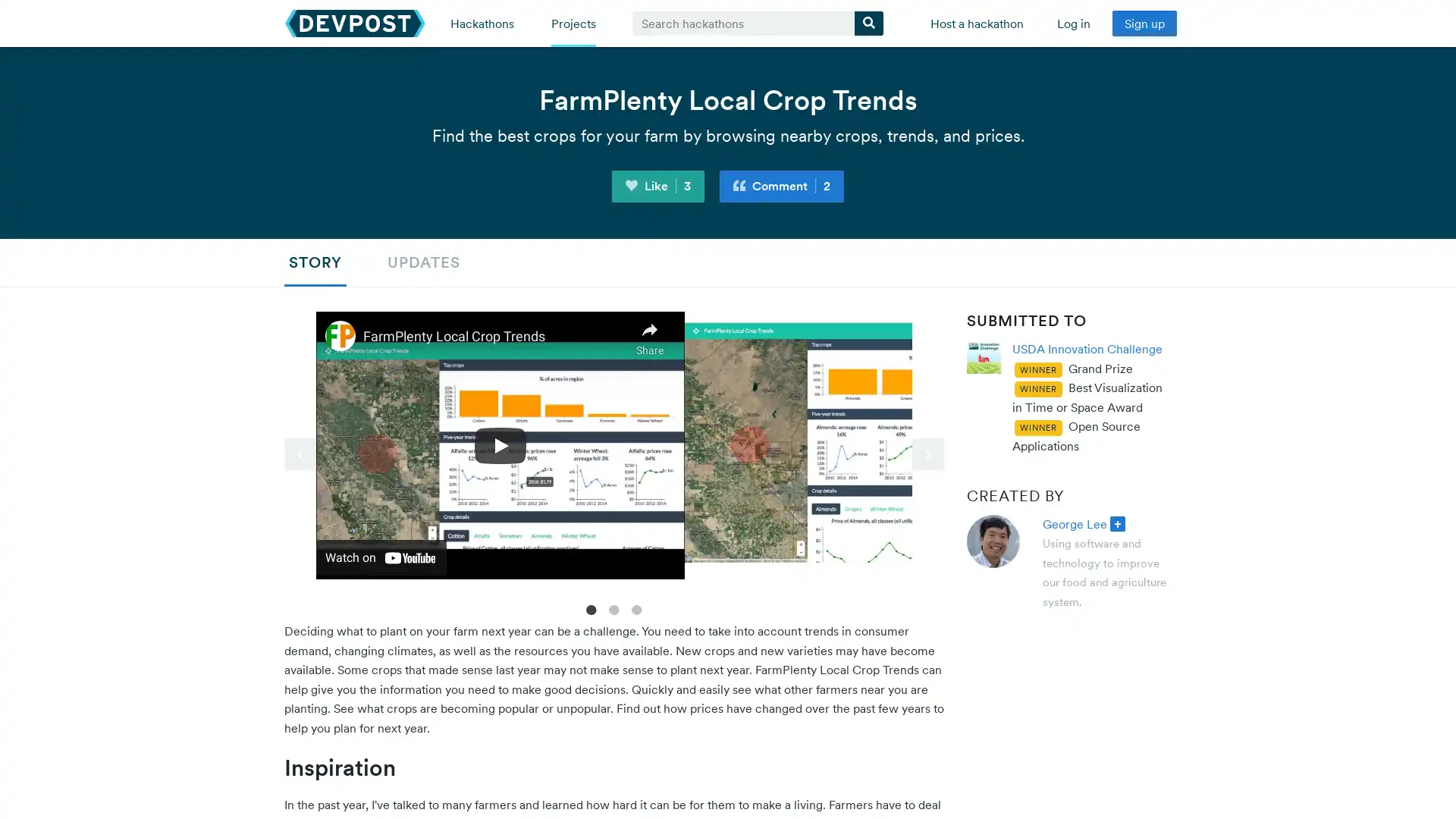 The height and width of the screenshot is (819, 1456). Describe the element at coordinates (1117, 522) in the screenshot. I see `+` at that location.